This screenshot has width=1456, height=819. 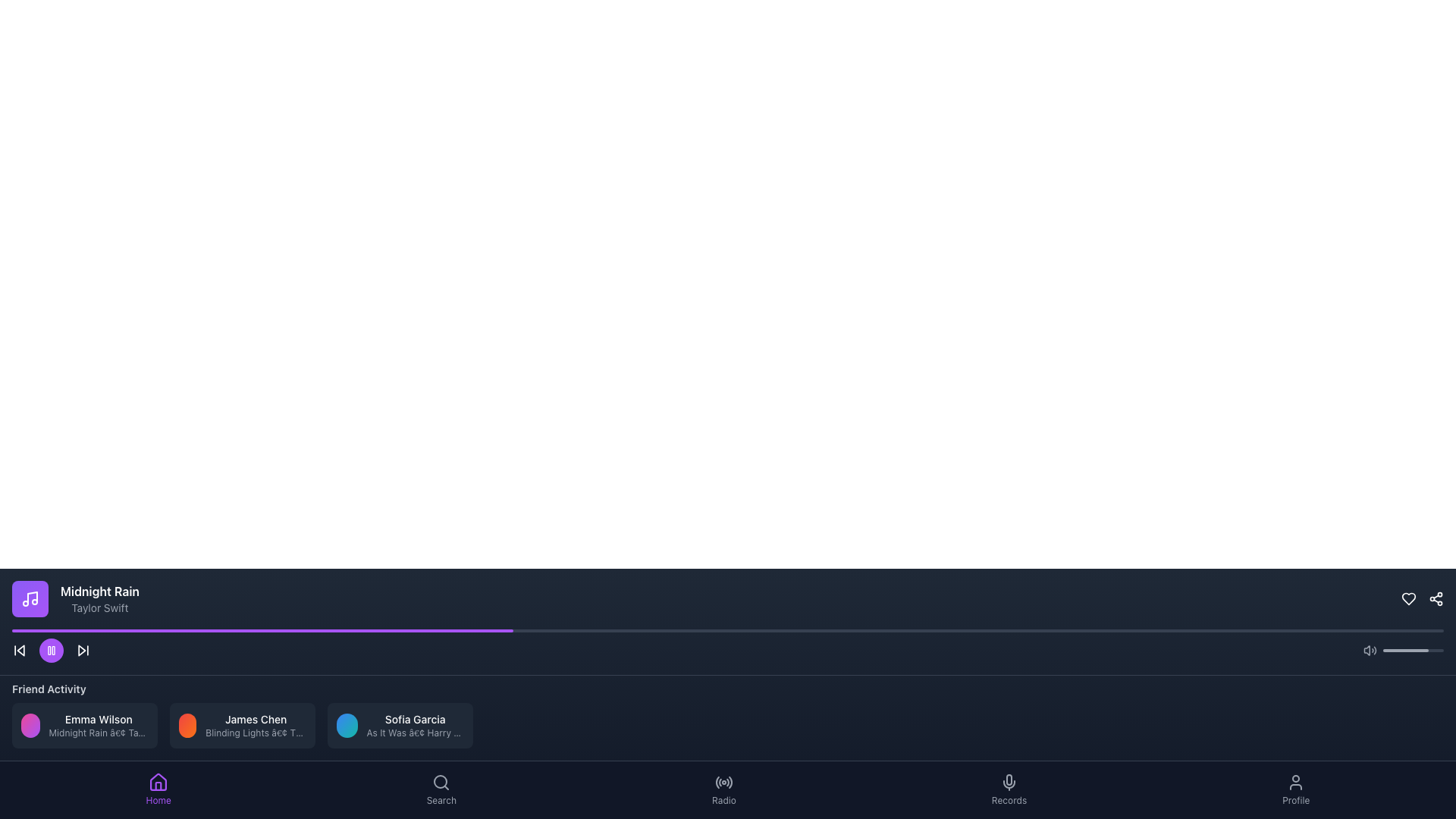 What do you see at coordinates (53, 649) in the screenshot?
I see `the right bar of the pause icon` at bounding box center [53, 649].